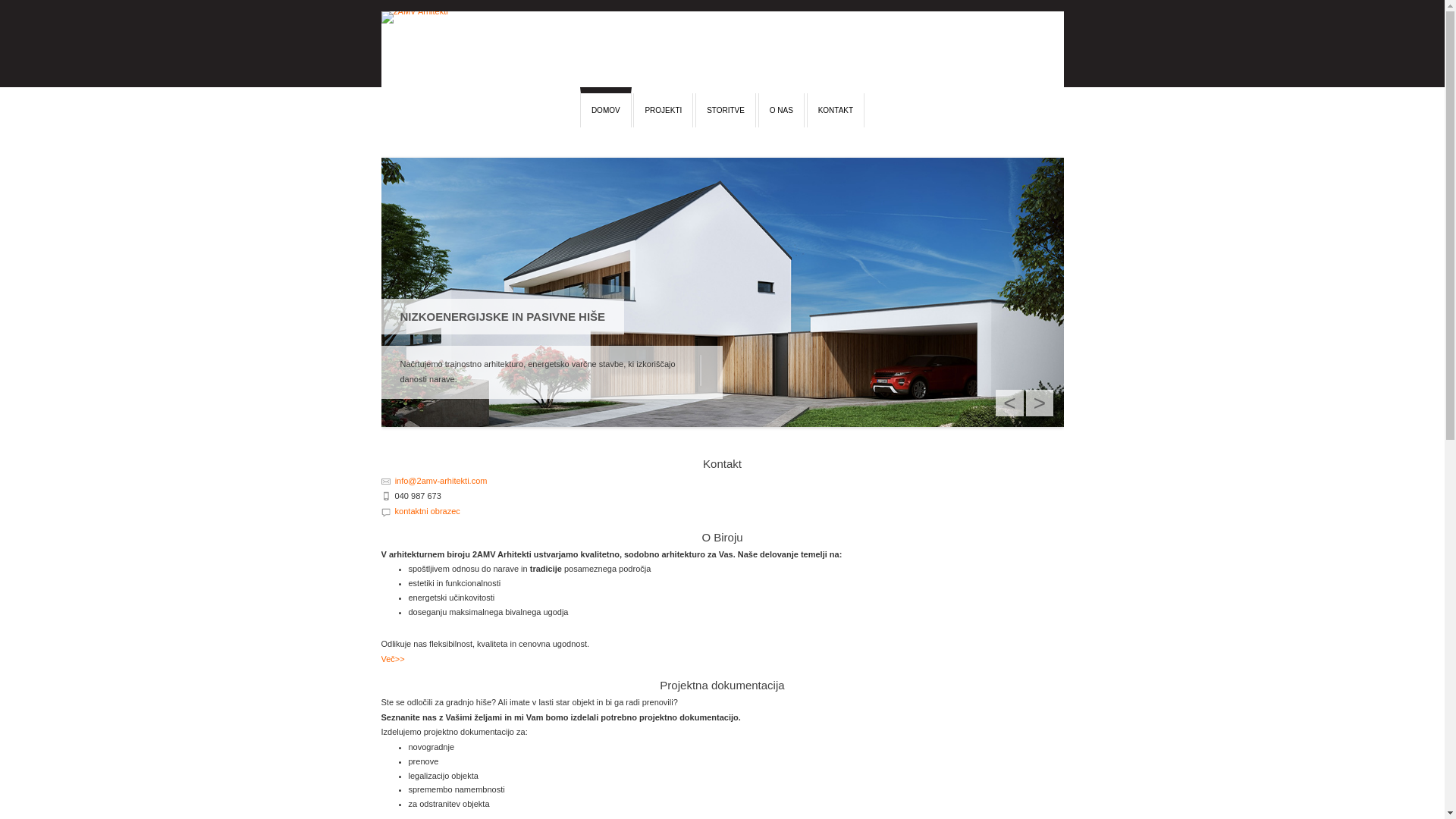  Describe the element at coordinates (1009, 402) in the screenshot. I see `'<'` at that location.